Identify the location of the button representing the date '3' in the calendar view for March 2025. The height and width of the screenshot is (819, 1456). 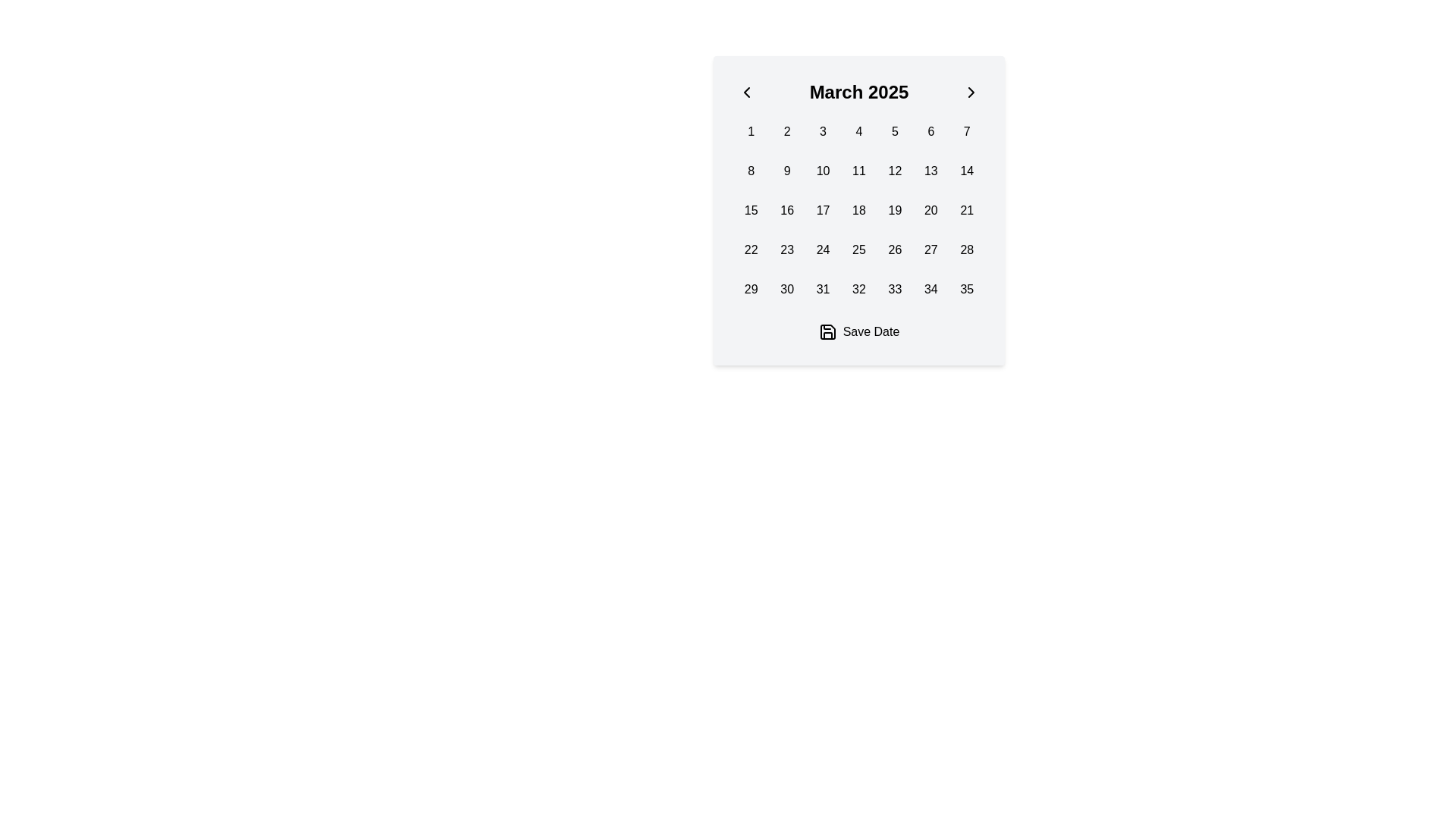
(822, 130).